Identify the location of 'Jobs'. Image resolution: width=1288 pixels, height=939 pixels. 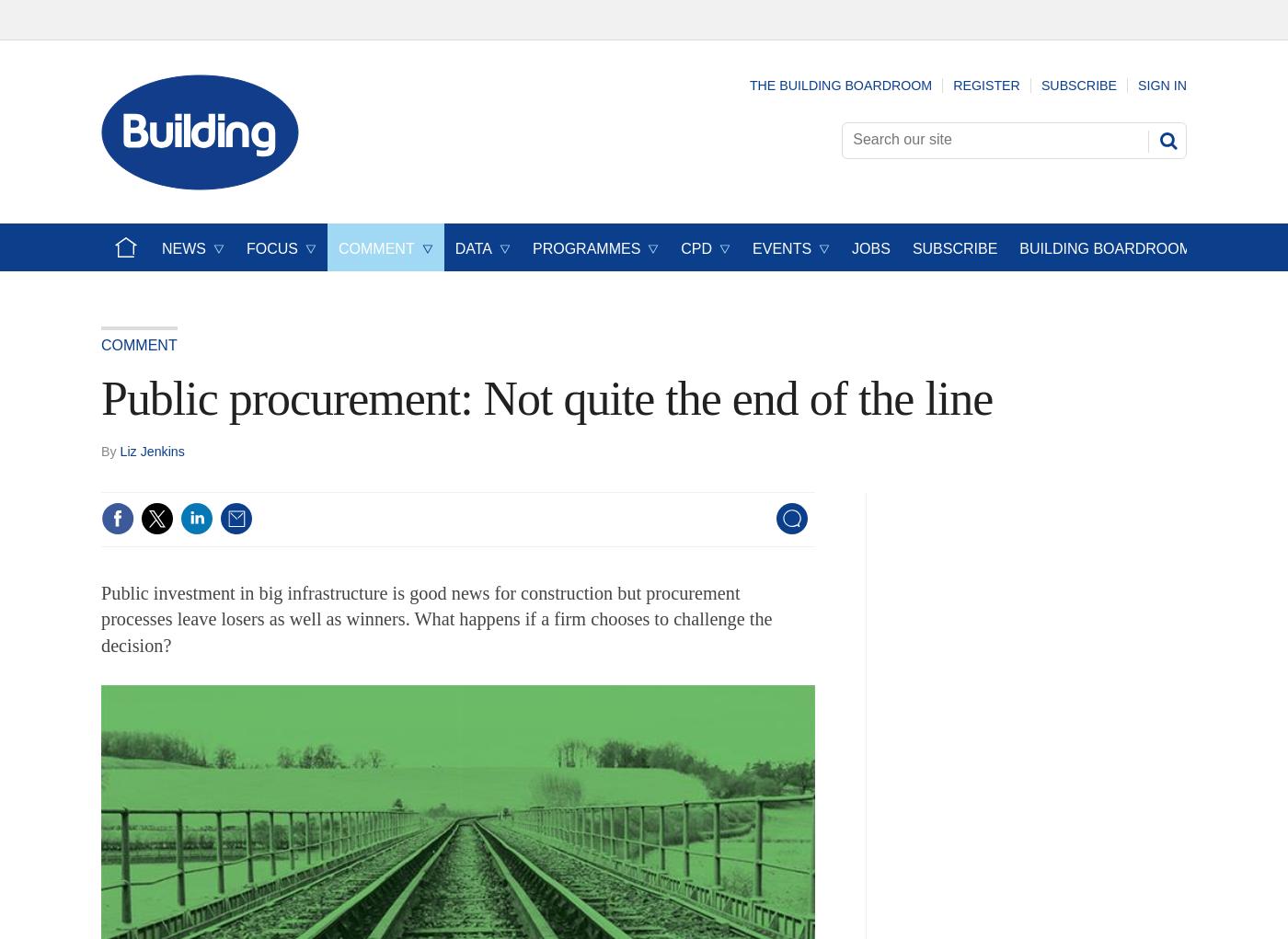
(870, 247).